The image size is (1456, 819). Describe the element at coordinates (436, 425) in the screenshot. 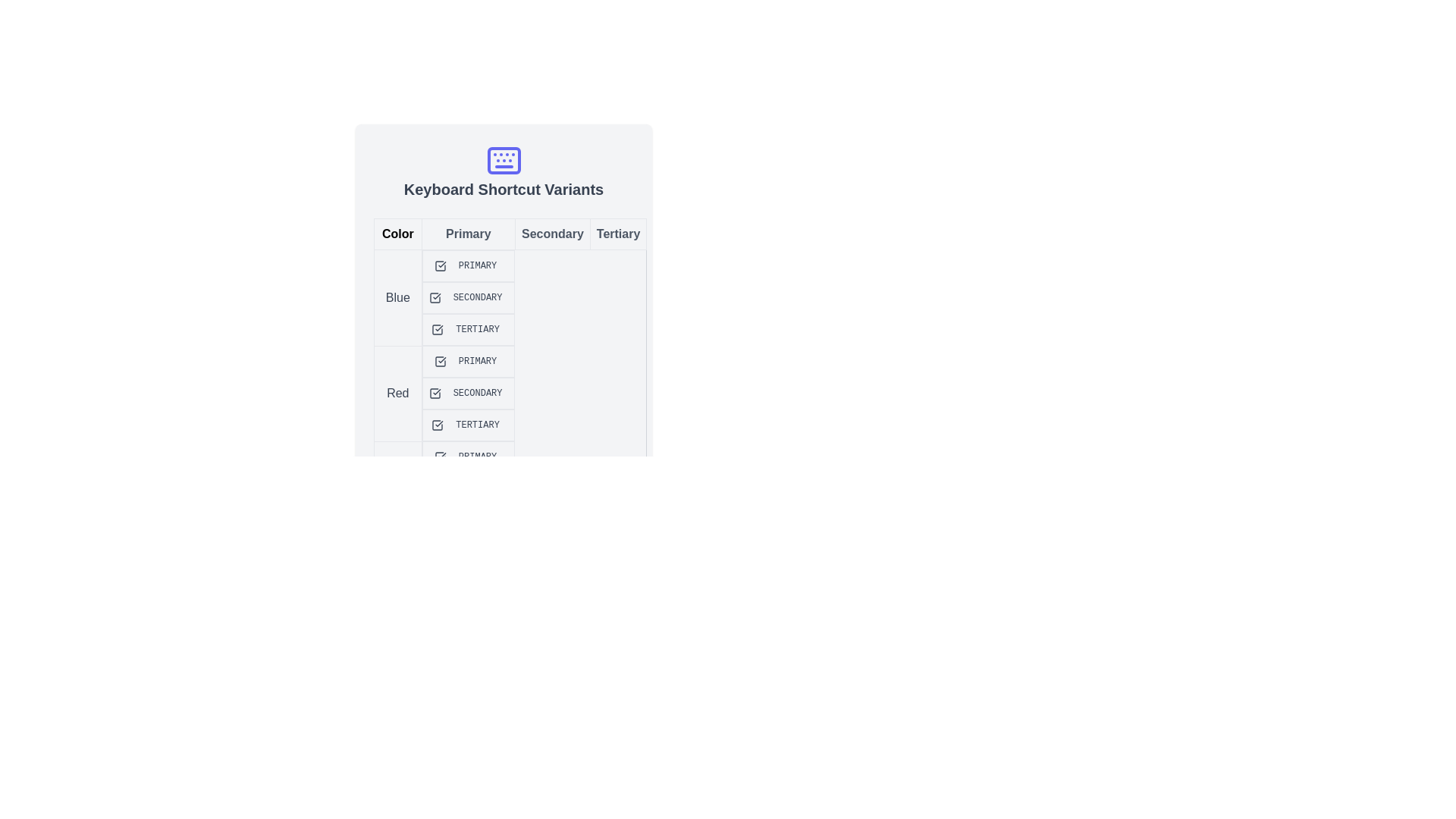

I see `the 'Tertiary' state icon in the 'Red' row of the table to interact with it` at that location.